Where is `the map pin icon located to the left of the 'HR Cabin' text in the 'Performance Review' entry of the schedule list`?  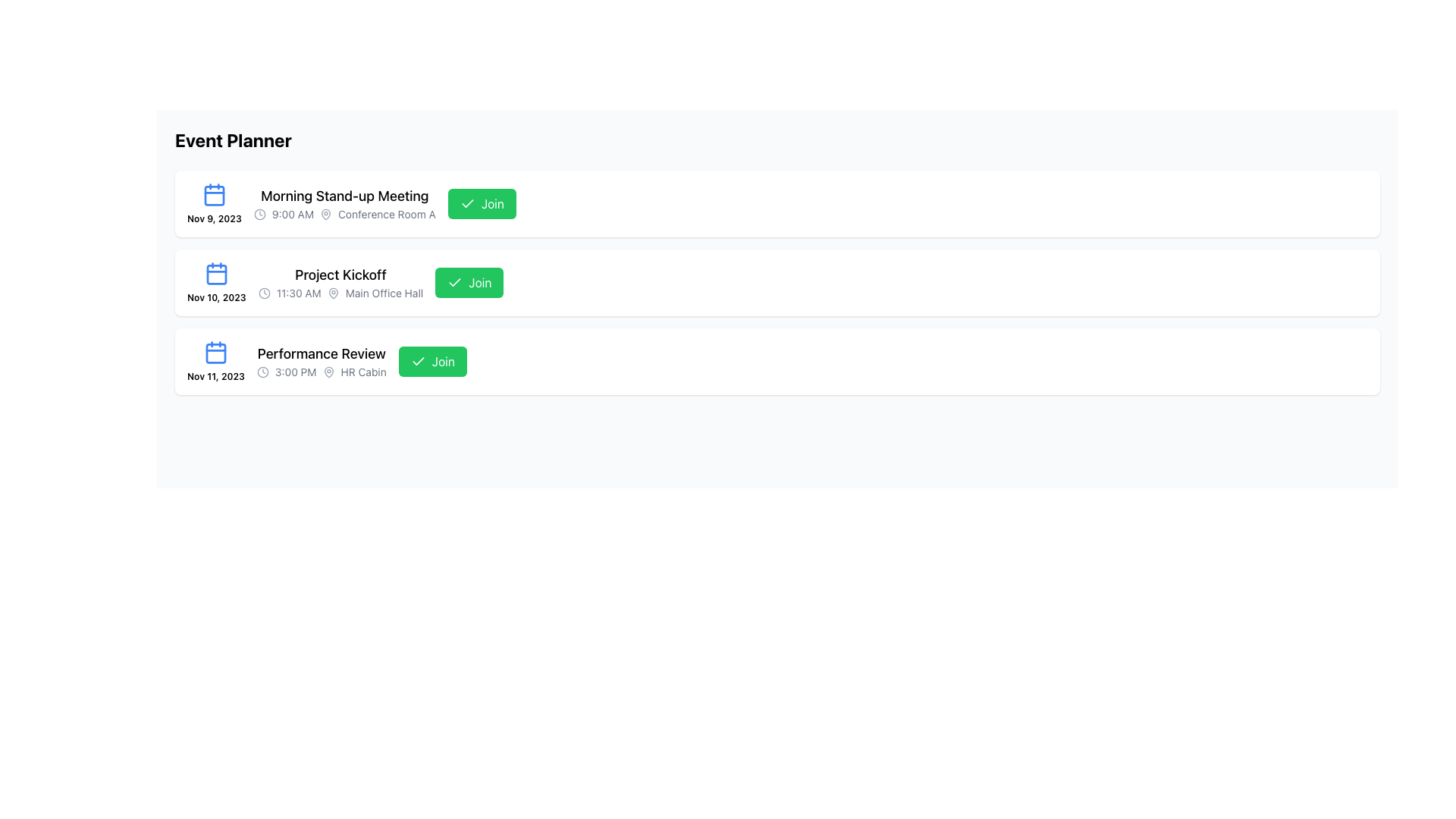
the map pin icon located to the left of the 'HR Cabin' text in the 'Performance Review' entry of the schedule list is located at coordinates (328, 372).